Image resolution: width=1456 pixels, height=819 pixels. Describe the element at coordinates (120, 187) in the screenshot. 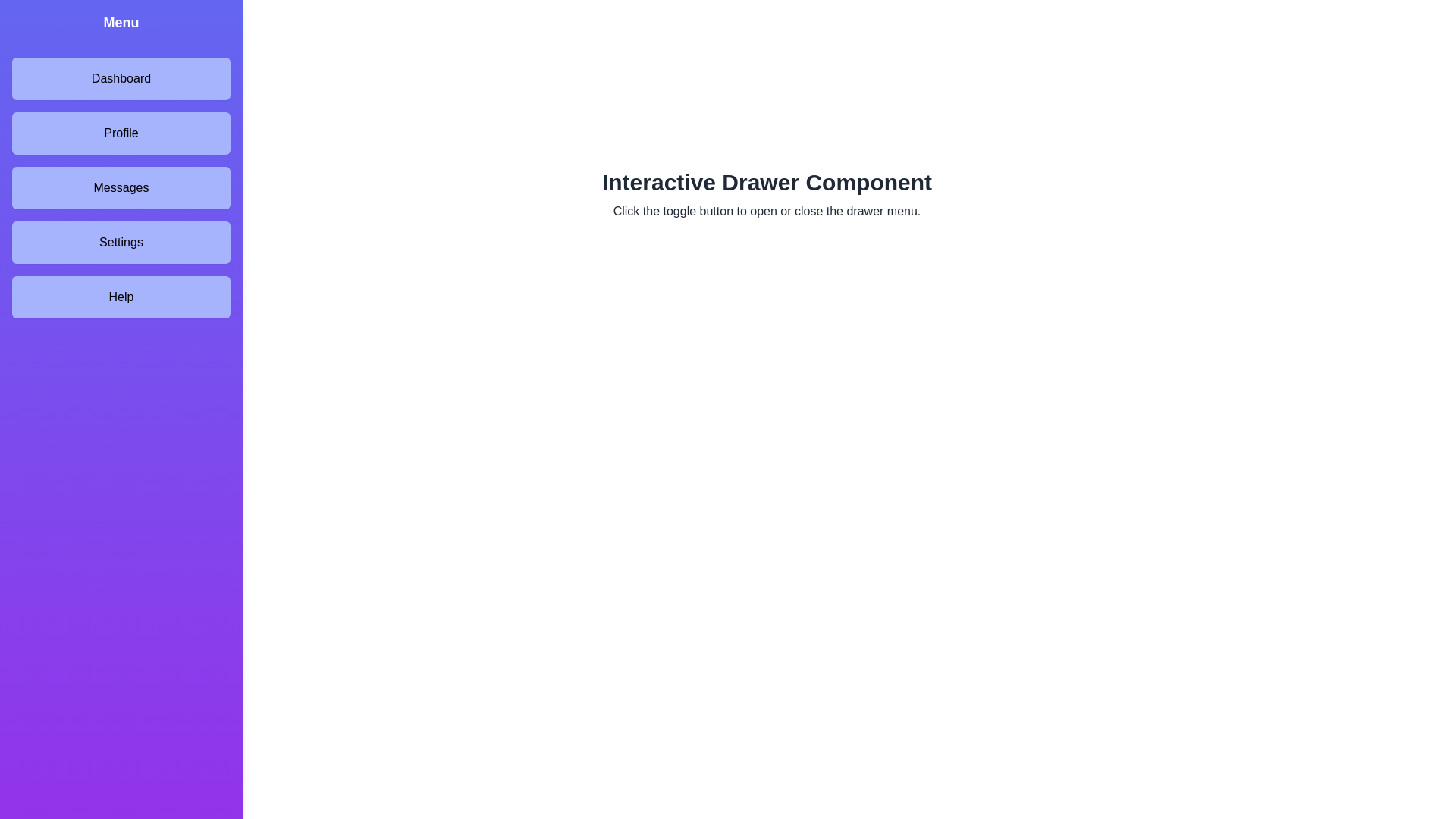

I see `the menu item labeled Messages by clicking on it` at that location.